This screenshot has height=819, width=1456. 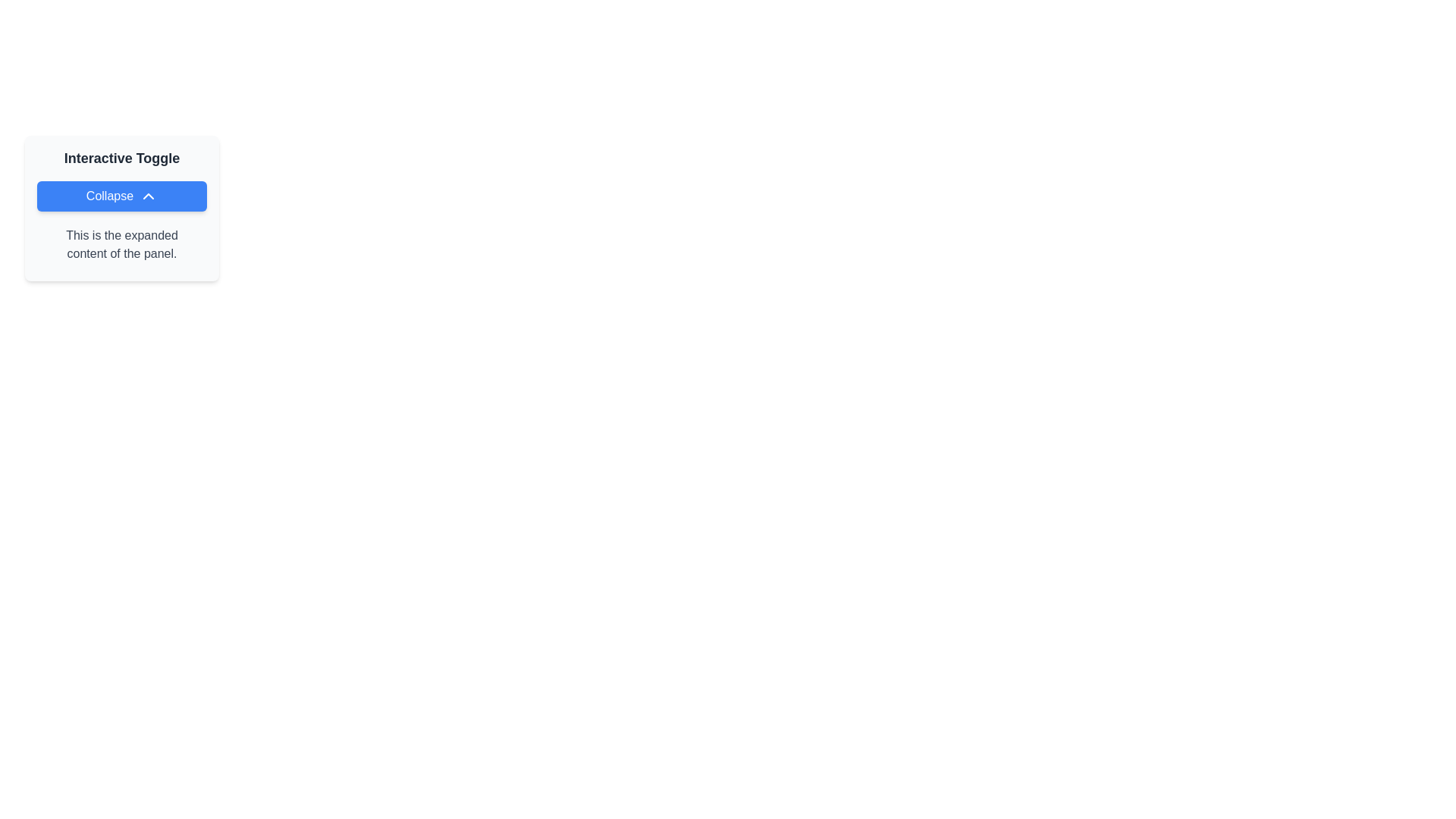 I want to click on the upward-facing chevron icon located inside the 'Collapse' button, which signifies the action of collapsing or hiding additional content, so click(x=149, y=195).